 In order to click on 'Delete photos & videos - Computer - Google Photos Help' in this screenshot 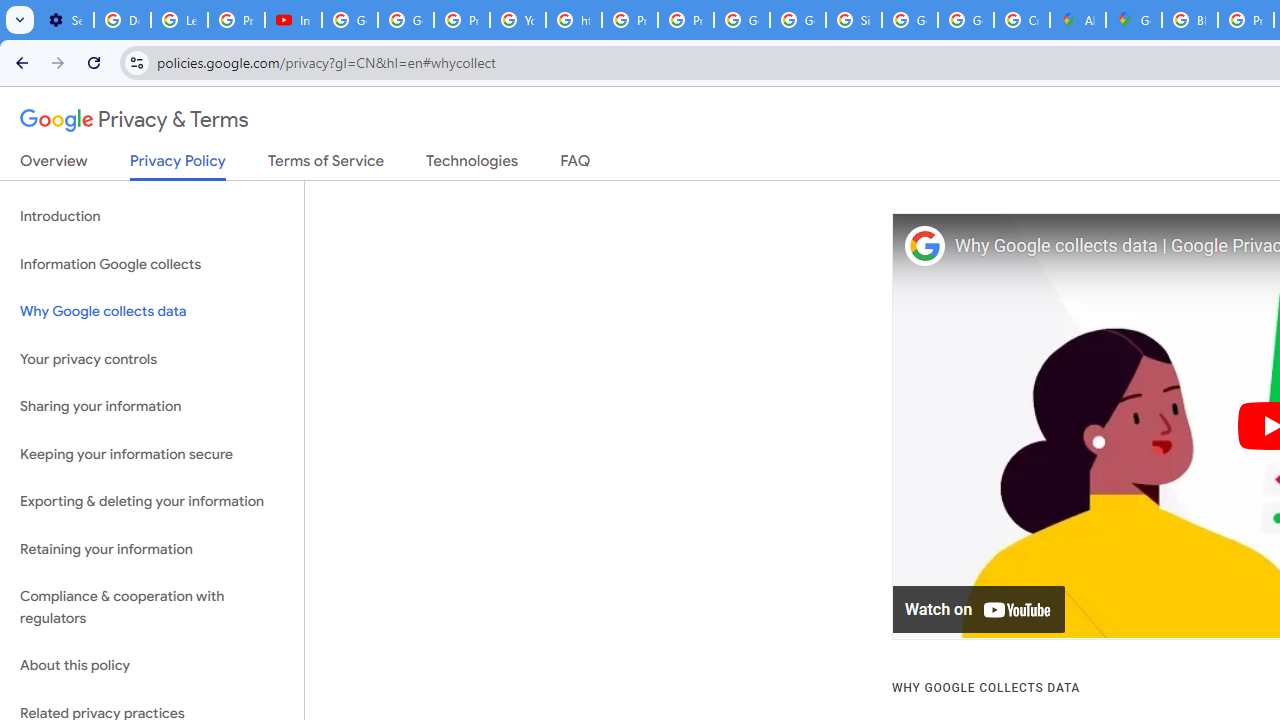, I will do `click(121, 20)`.